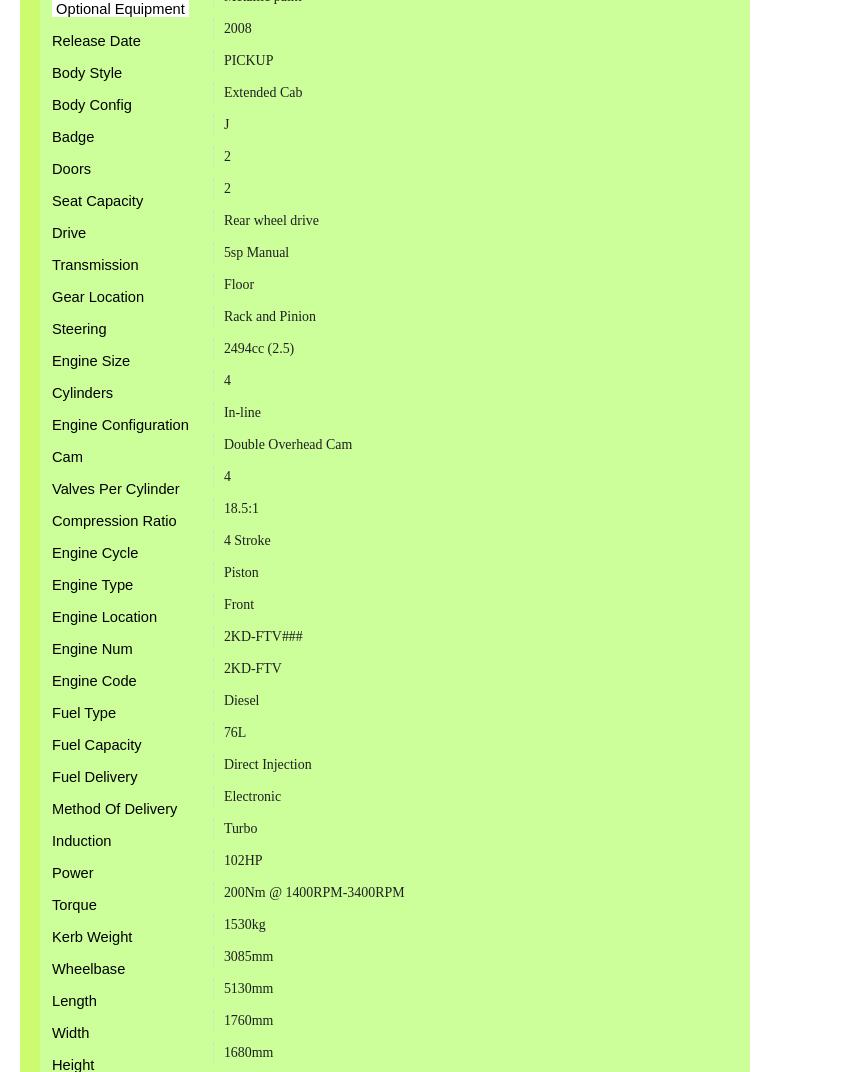 This screenshot has width=845, height=1072. Describe the element at coordinates (50, 72) in the screenshot. I see `'Body Style'` at that location.